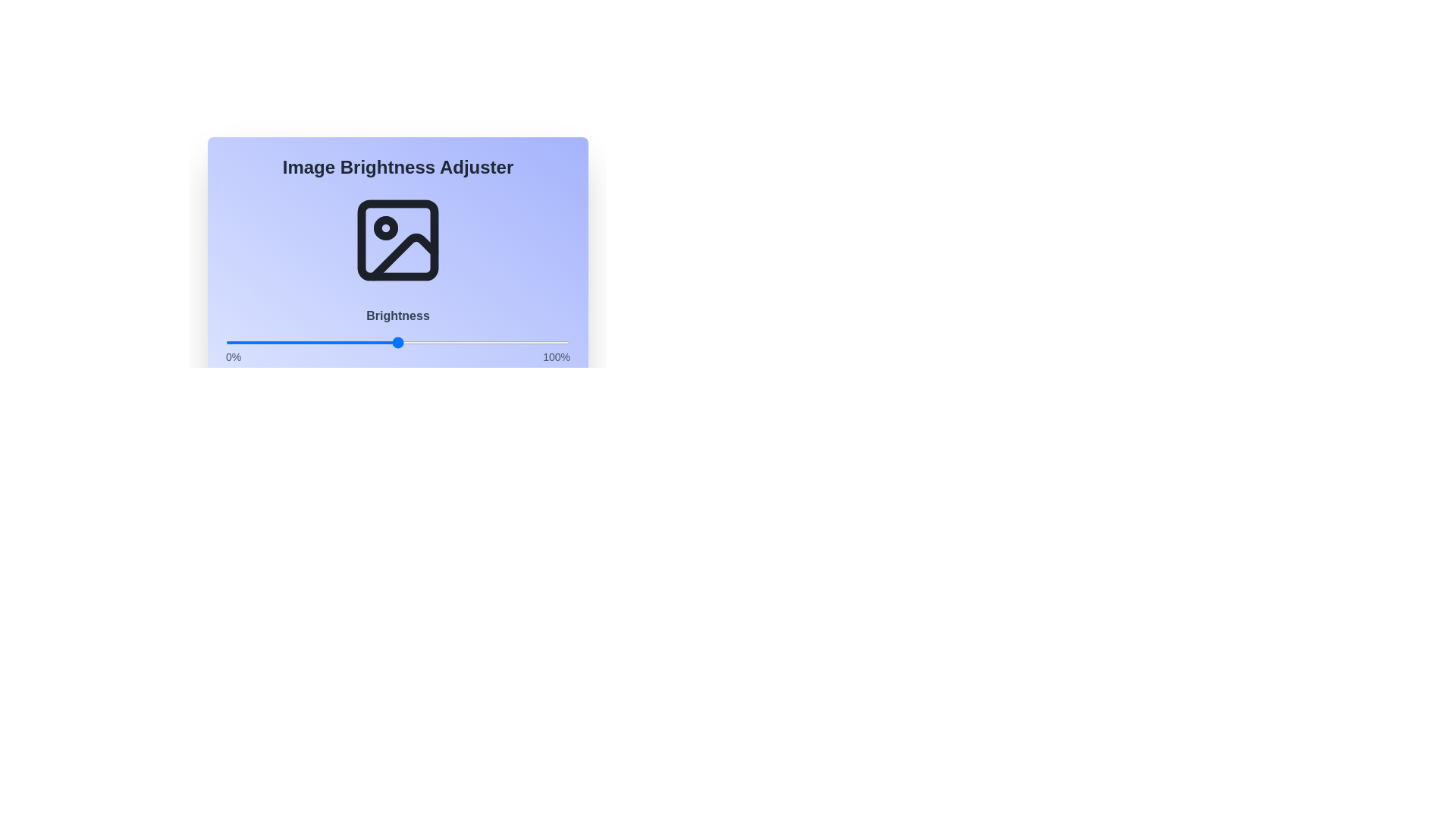 Image resolution: width=1456 pixels, height=819 pixels. I want to click on the brightness slider to 20%, so click(294, 342).